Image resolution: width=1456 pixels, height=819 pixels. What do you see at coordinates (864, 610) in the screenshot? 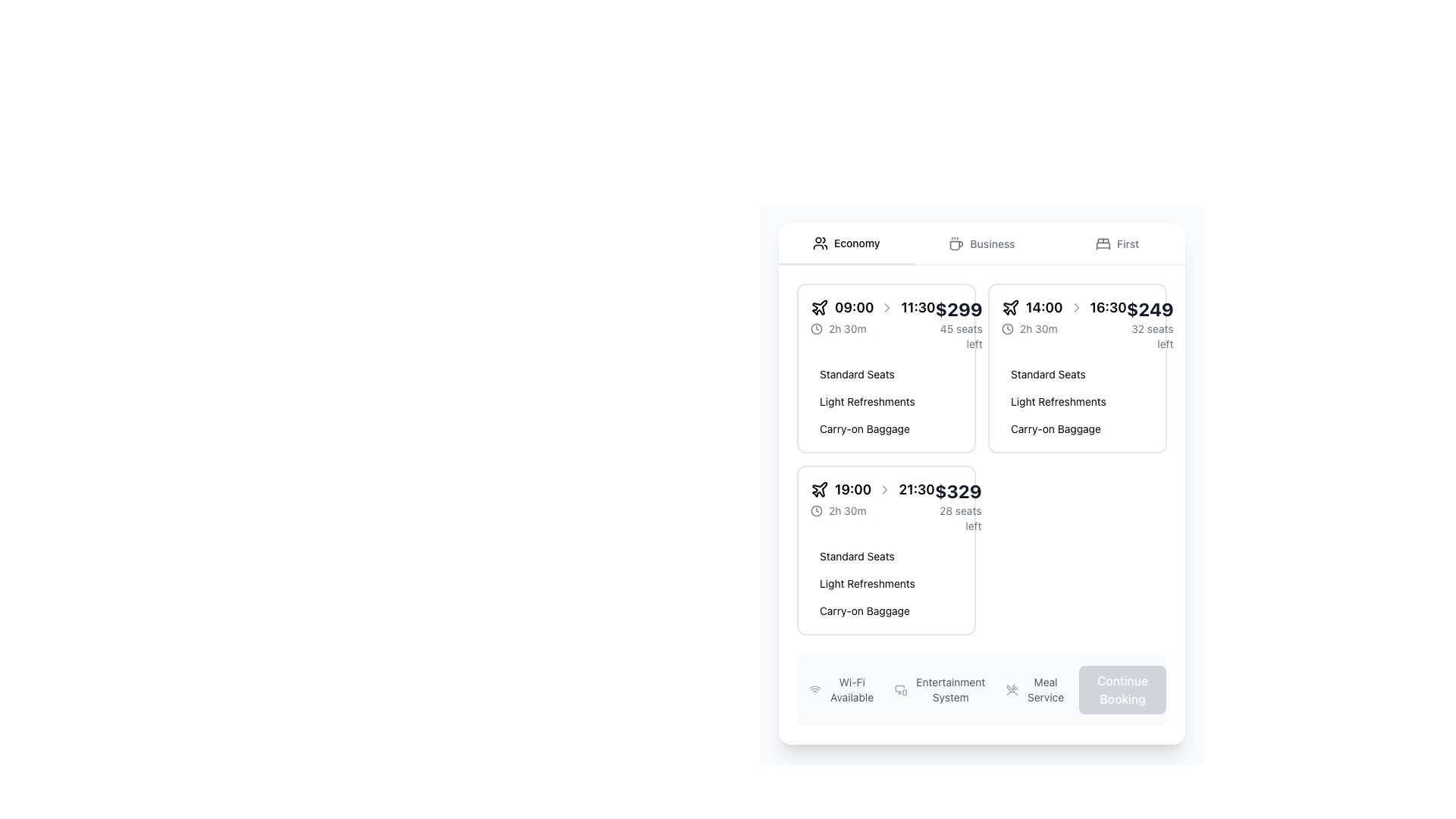
I see `the 'Carry-on Baggage' Text Label element, which is a rectangular label with rounded corners displaying blue text on a light blue background, located in the vertical stack of benefits under a flight itinerary card` at bounding box center [864, 610].